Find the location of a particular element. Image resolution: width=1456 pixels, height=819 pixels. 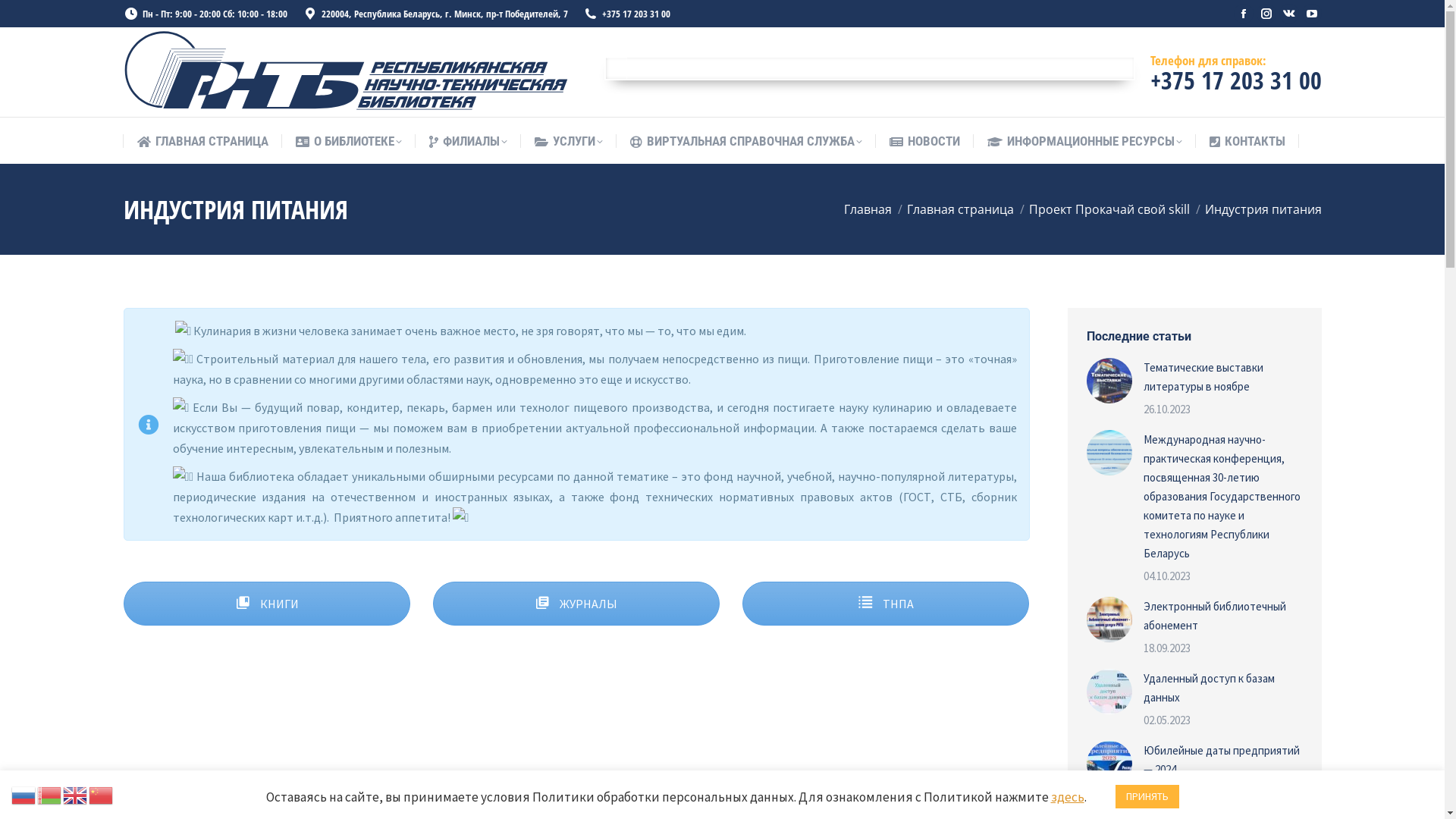

'YouTube page opens in new window' is located at coordinates (1310, 14).